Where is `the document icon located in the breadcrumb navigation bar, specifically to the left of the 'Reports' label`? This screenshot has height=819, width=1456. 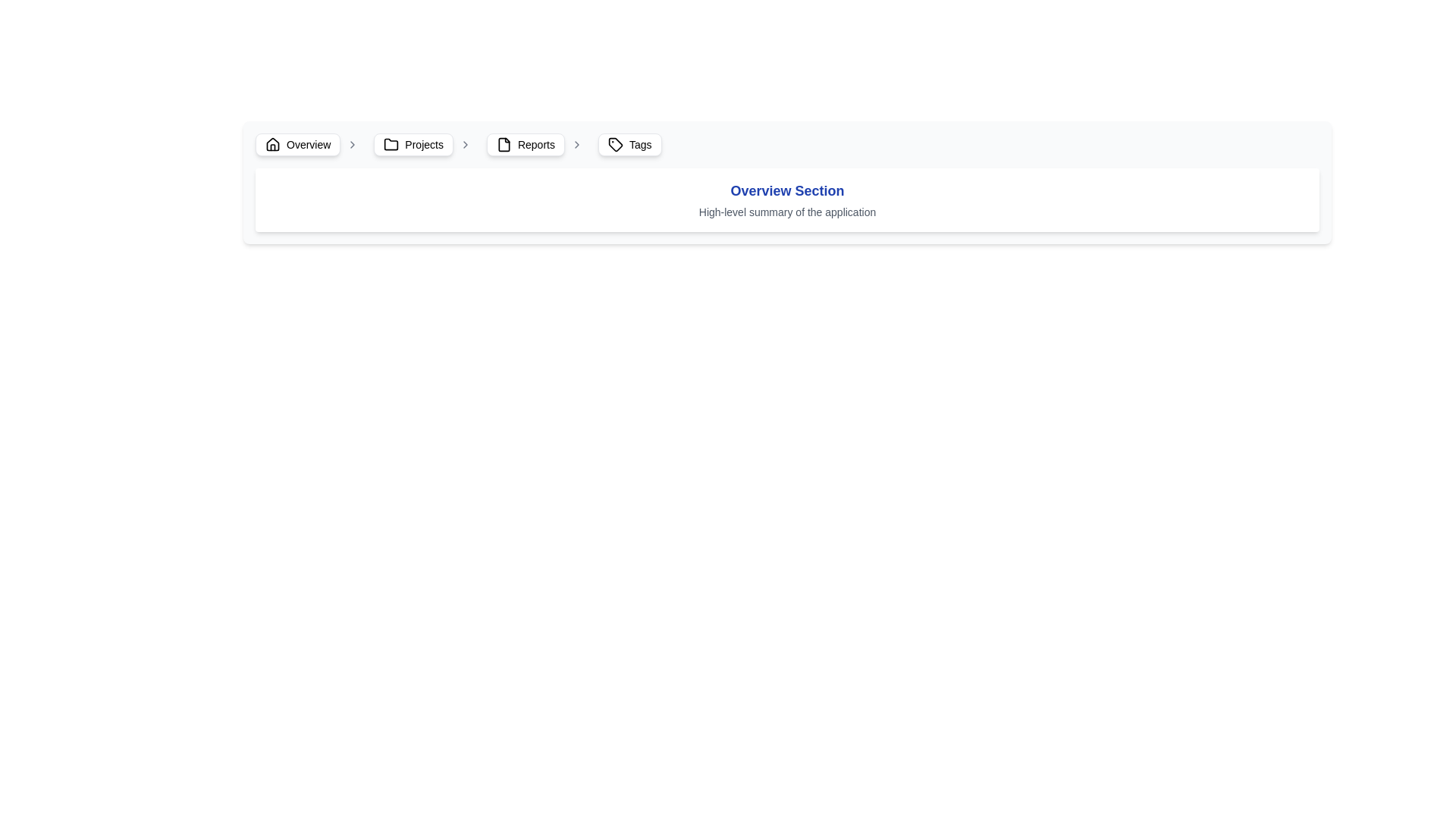 the document icon located in the breadcrumb navigation bar, specifically to the left of the 'Reports' label is located at coordinates (504, 145).